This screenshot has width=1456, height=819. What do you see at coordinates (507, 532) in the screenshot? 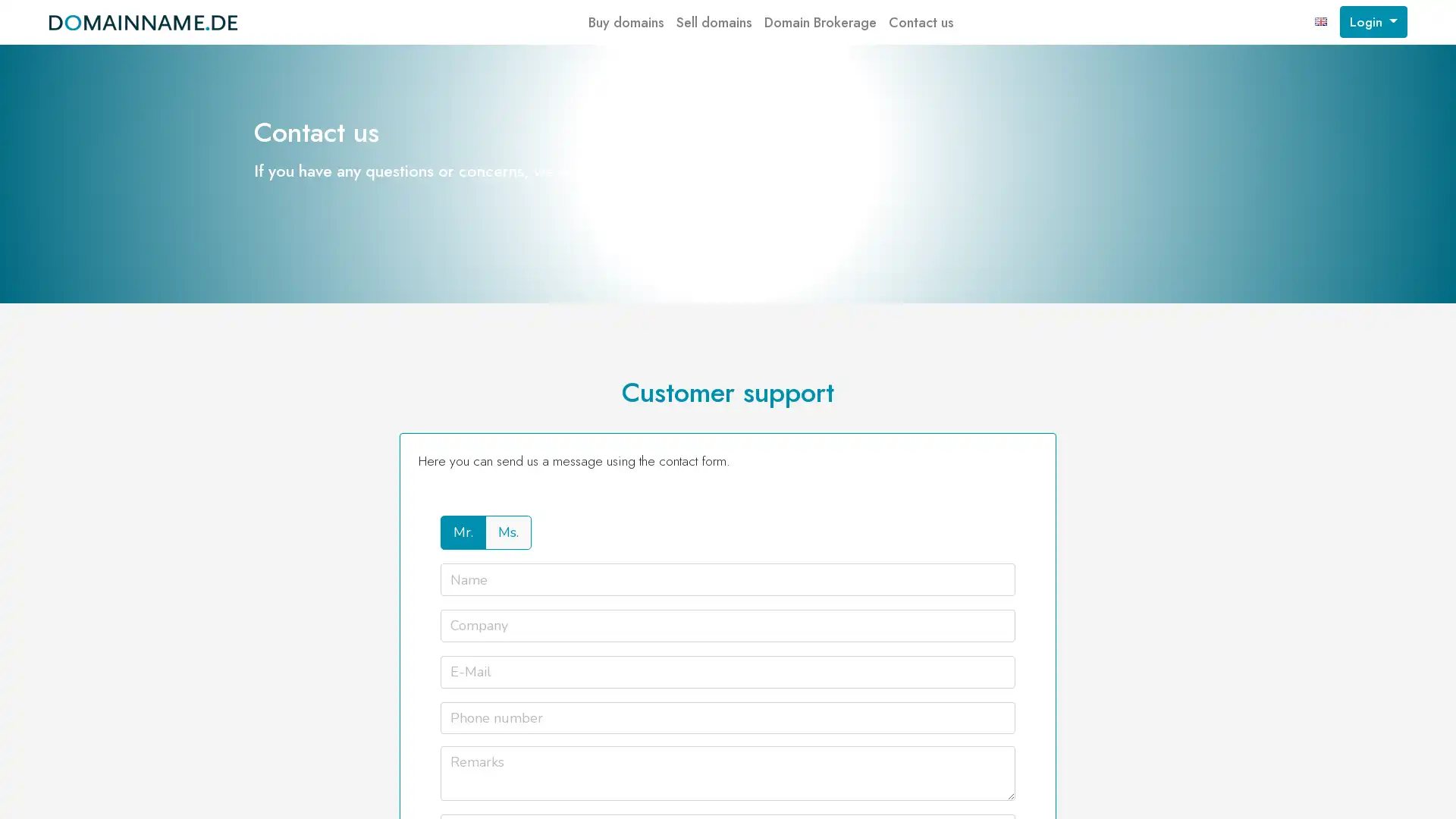
I see `Ms.` at bounding box center [507, 532].